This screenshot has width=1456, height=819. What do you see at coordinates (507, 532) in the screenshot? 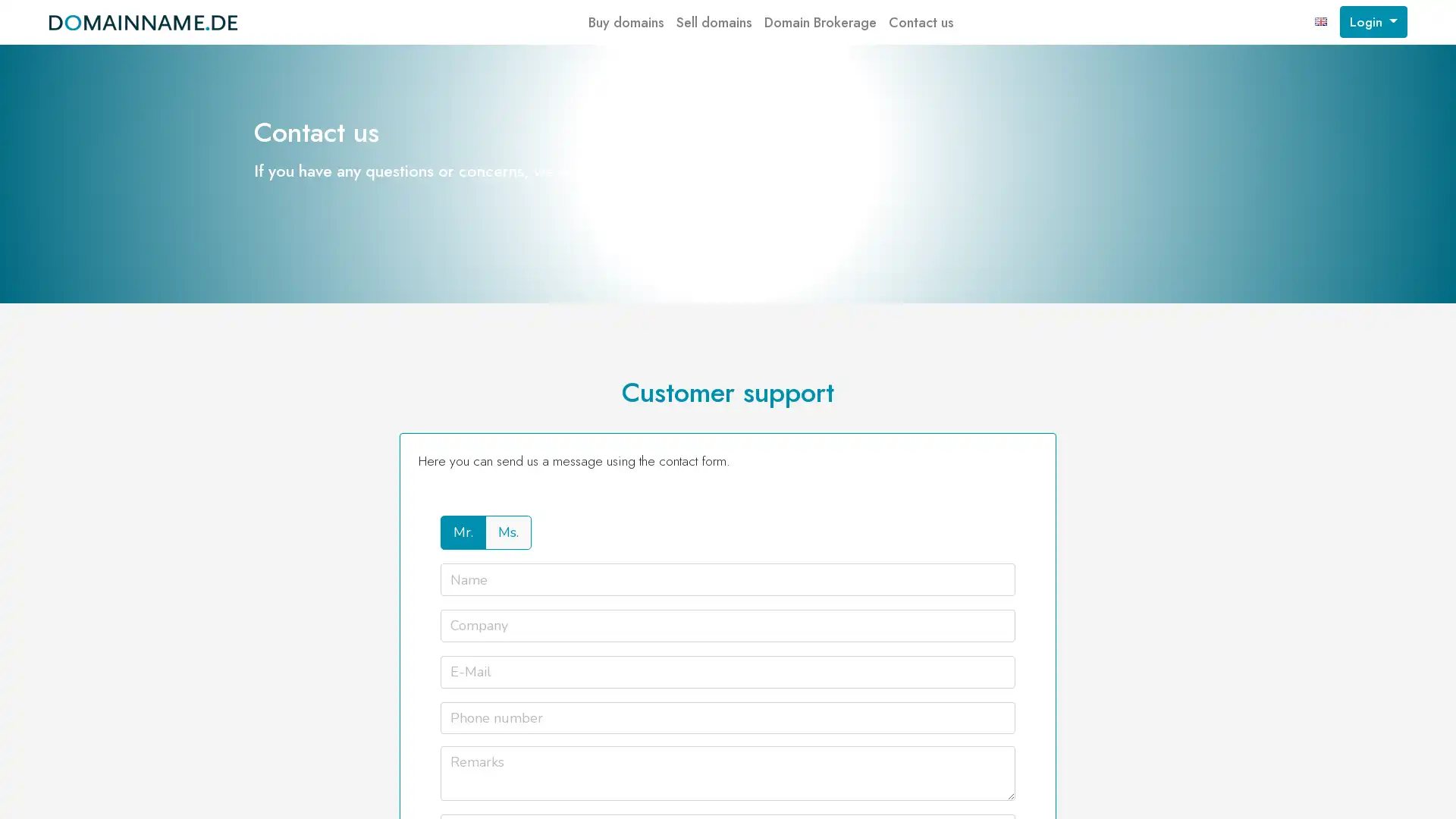
I see `Ms.` at bounding box center [507, 532].